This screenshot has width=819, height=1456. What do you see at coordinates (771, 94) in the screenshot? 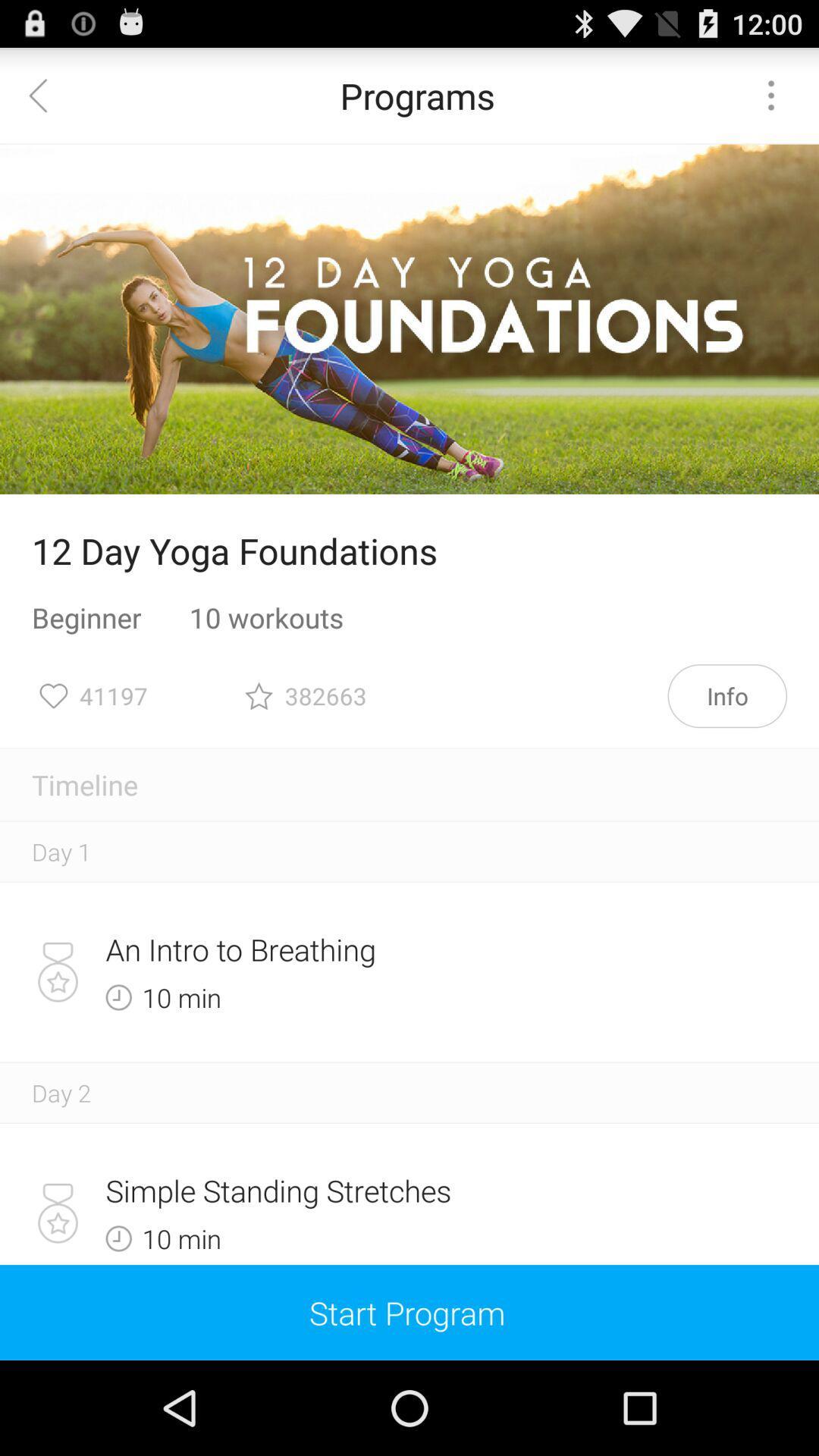
I see `see more settings` at bounding box center [771, 94].